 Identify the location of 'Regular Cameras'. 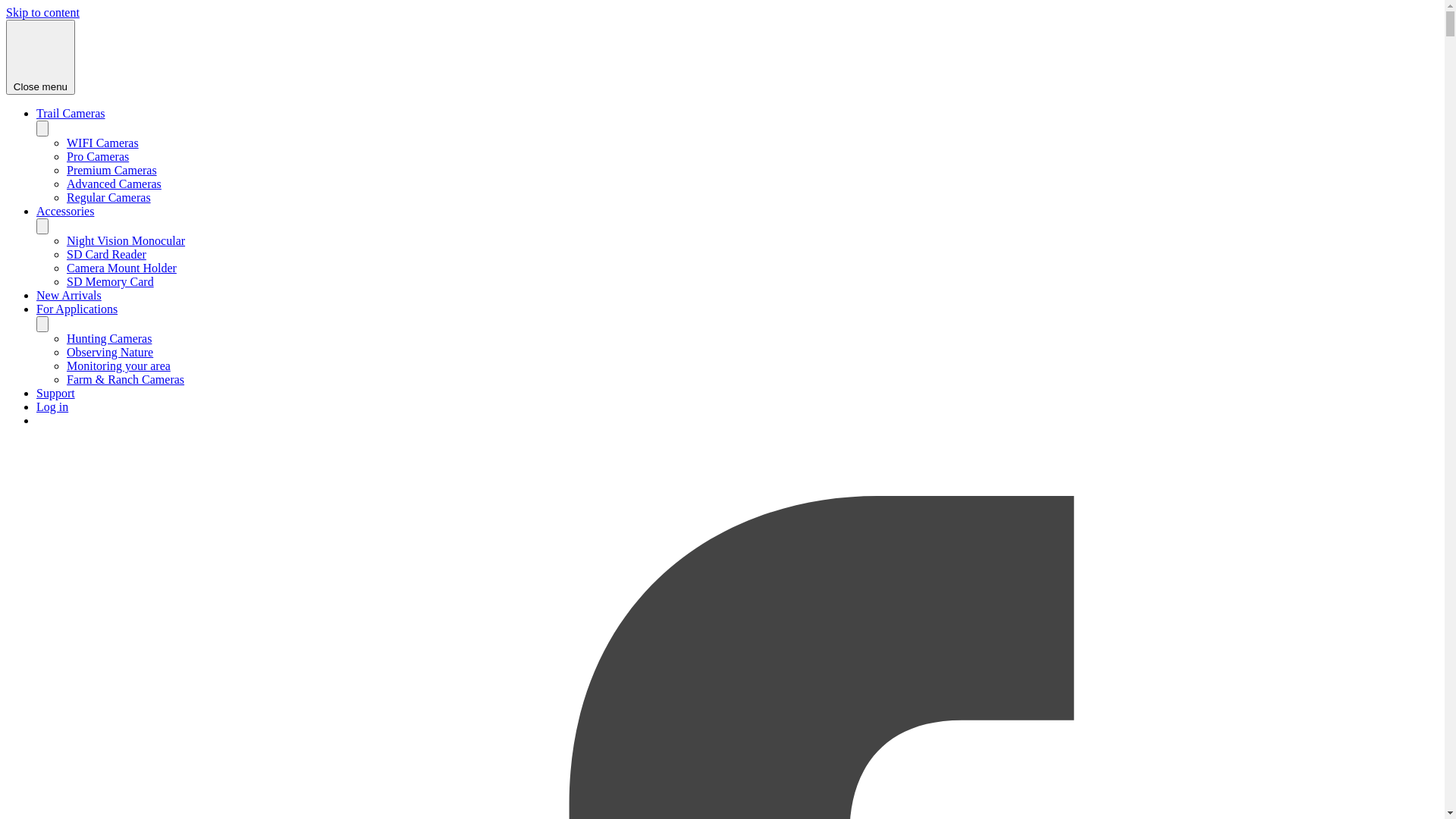
(108, 196).